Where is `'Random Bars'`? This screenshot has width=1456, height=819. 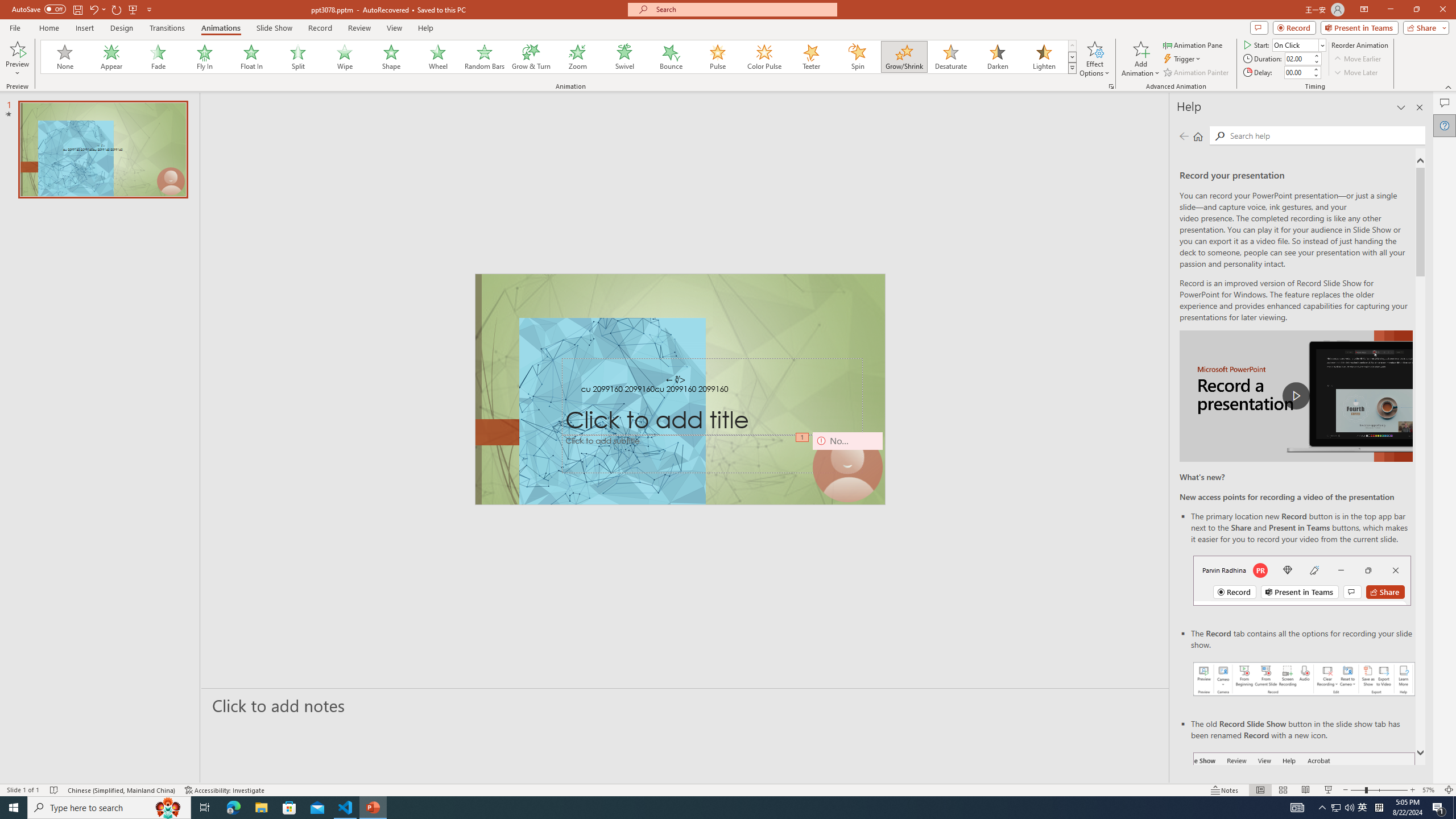
'Random Bars' is located at coordinates (484, 56).